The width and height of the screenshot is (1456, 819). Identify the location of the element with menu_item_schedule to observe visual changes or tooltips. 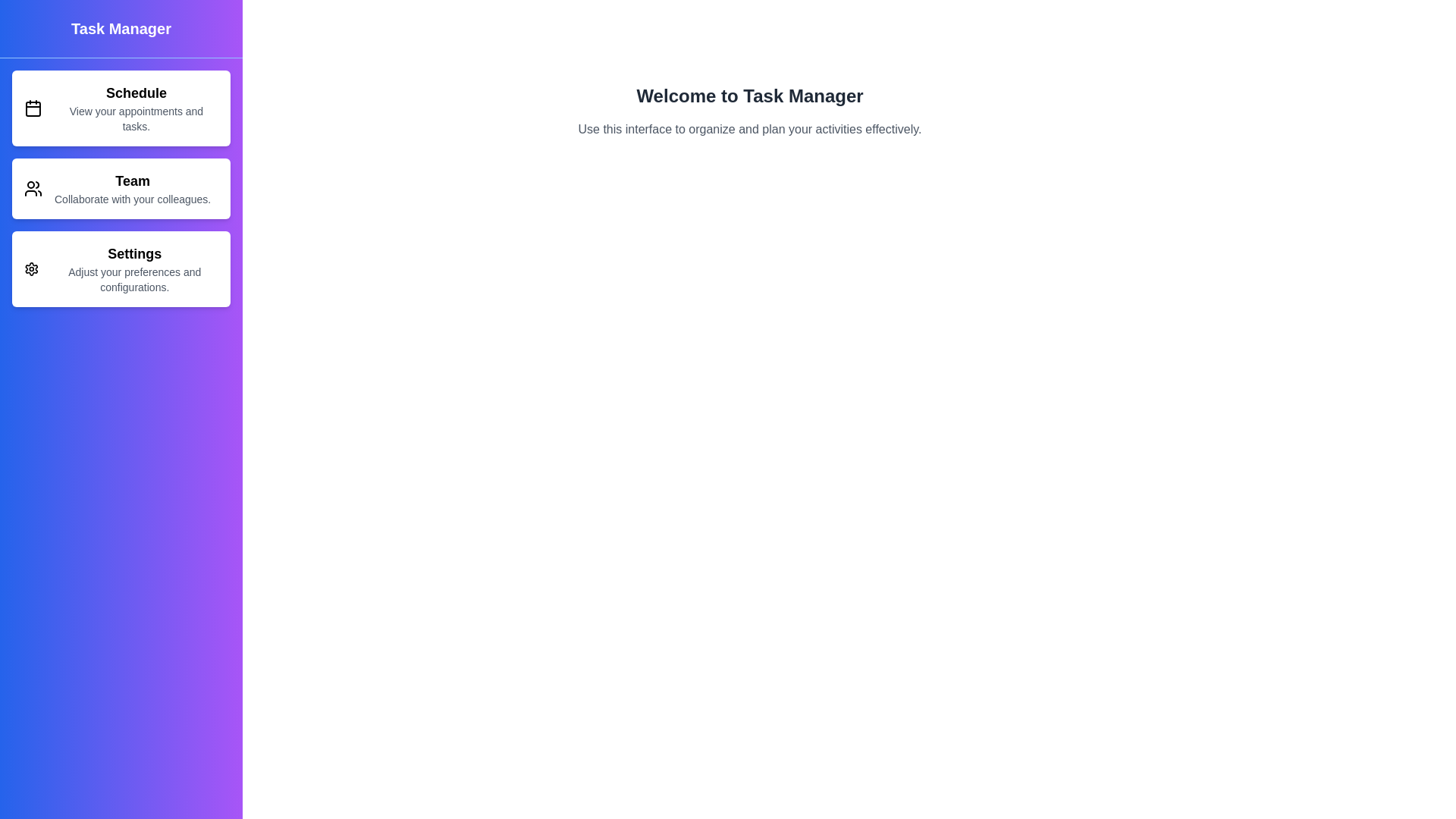
(120, 107).